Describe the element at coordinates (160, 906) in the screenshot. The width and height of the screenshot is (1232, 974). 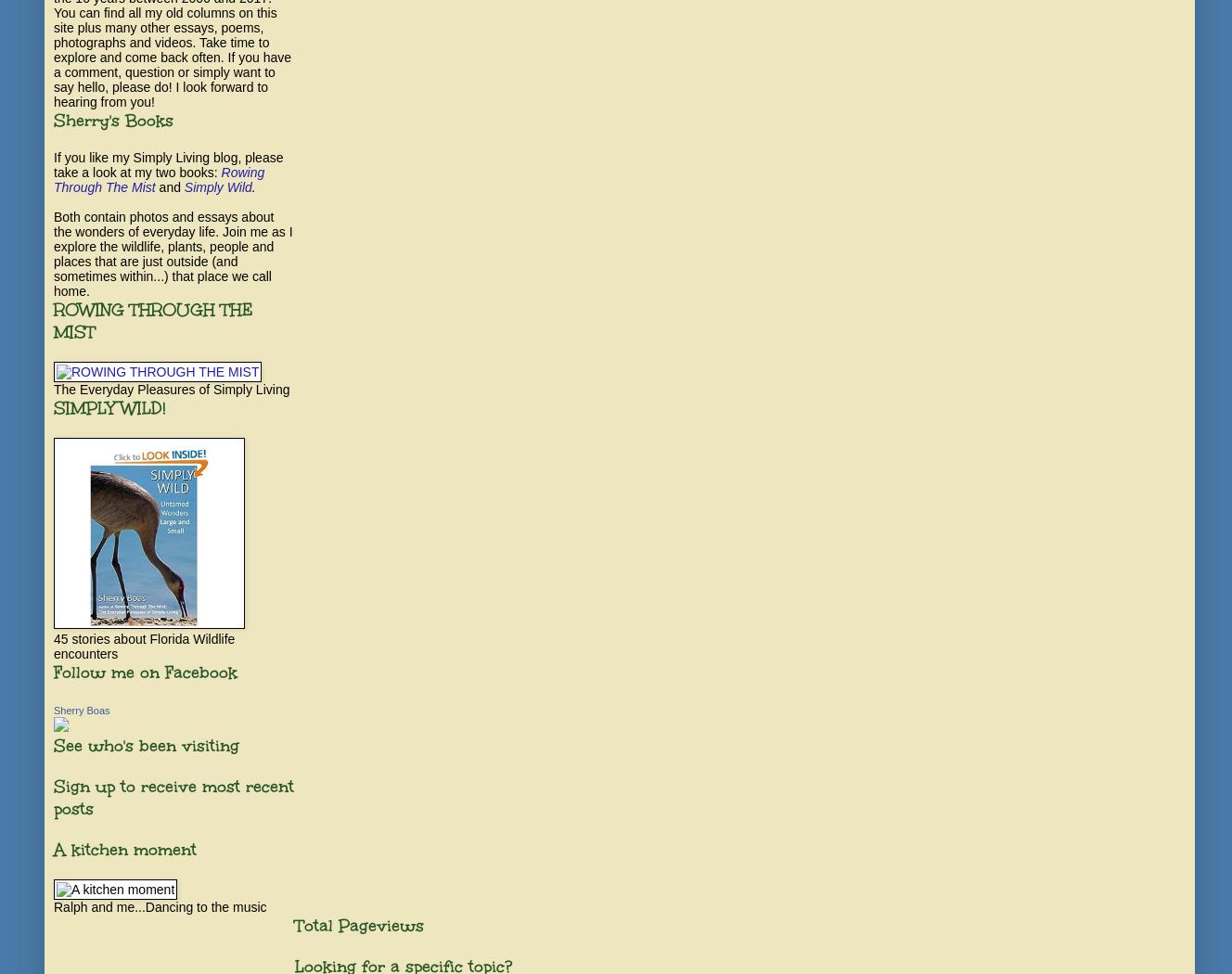
I see `'Ralph and me...Dancing to the music'` at that location.